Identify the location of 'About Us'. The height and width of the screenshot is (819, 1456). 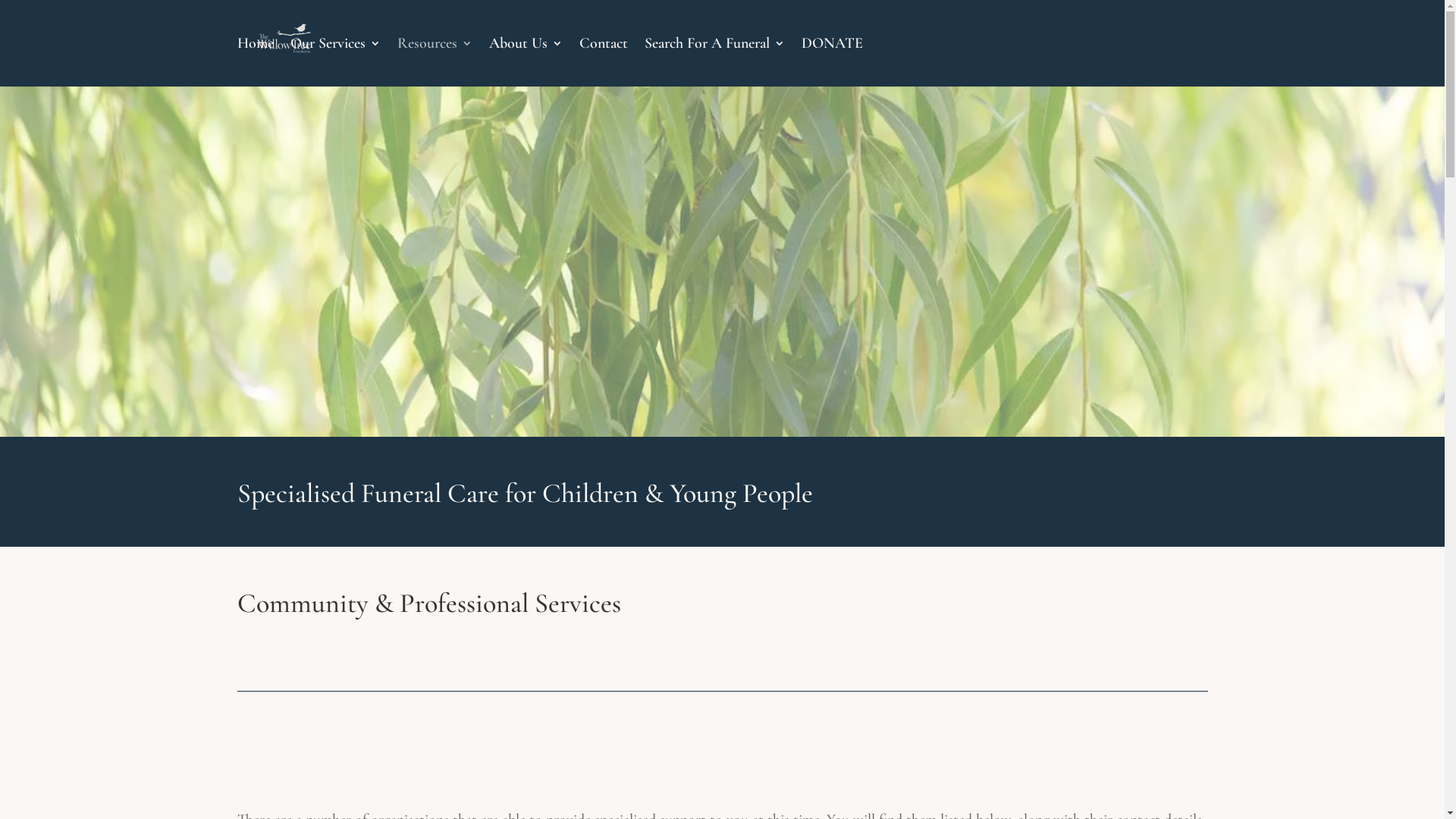
(525, 61).